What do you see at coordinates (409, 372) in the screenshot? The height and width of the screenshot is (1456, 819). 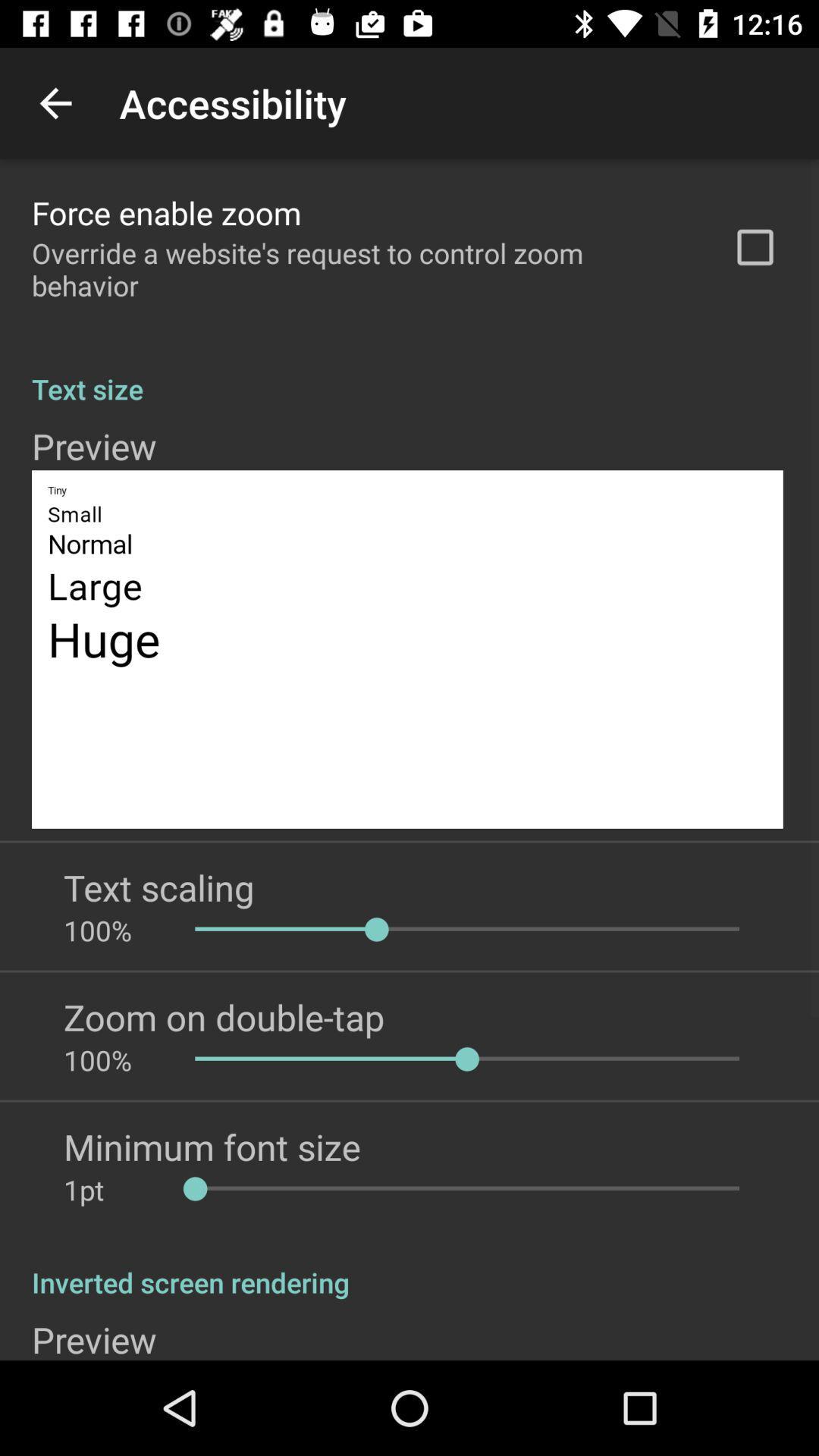 I see `the icon below override a website icon` at bounding box center [409, 372].